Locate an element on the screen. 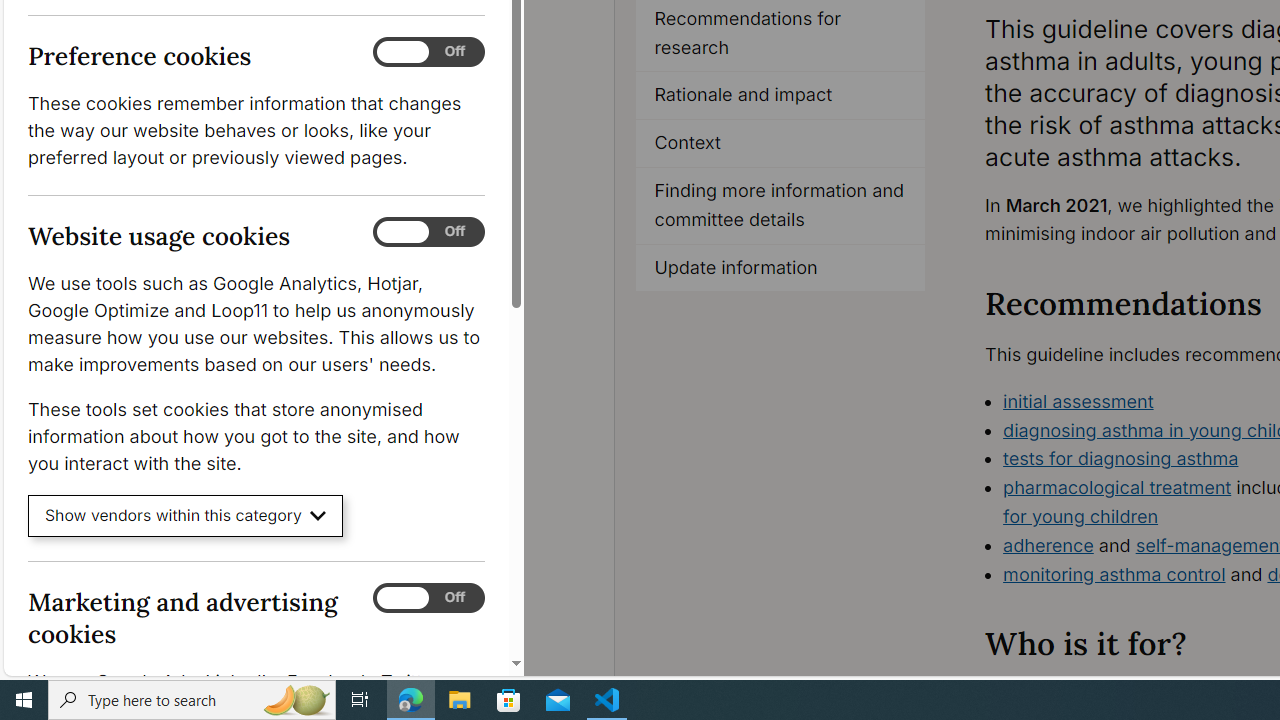 The width and height of the screenshot is (1280, 720). 'Update information' is located at coordinates (779, 267).